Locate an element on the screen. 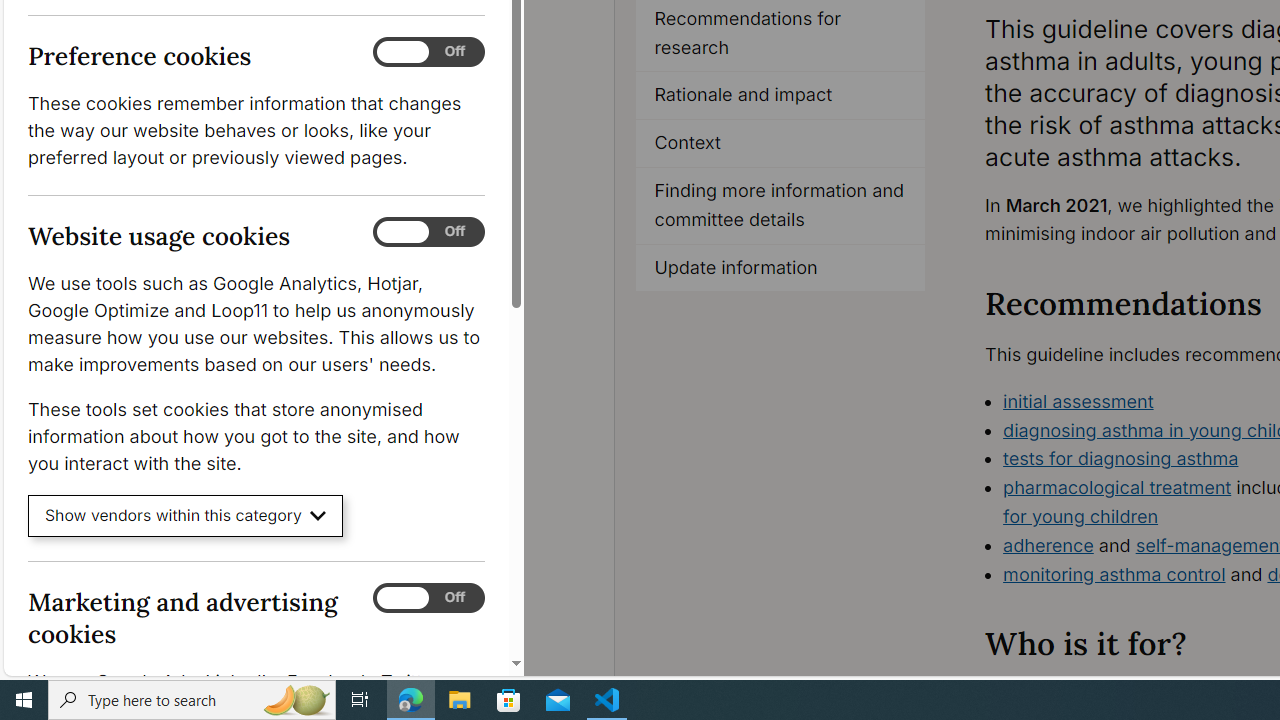 The width and height of the screenshot is (1280, 720). 'Update information' is located at coordinates (779, 267).